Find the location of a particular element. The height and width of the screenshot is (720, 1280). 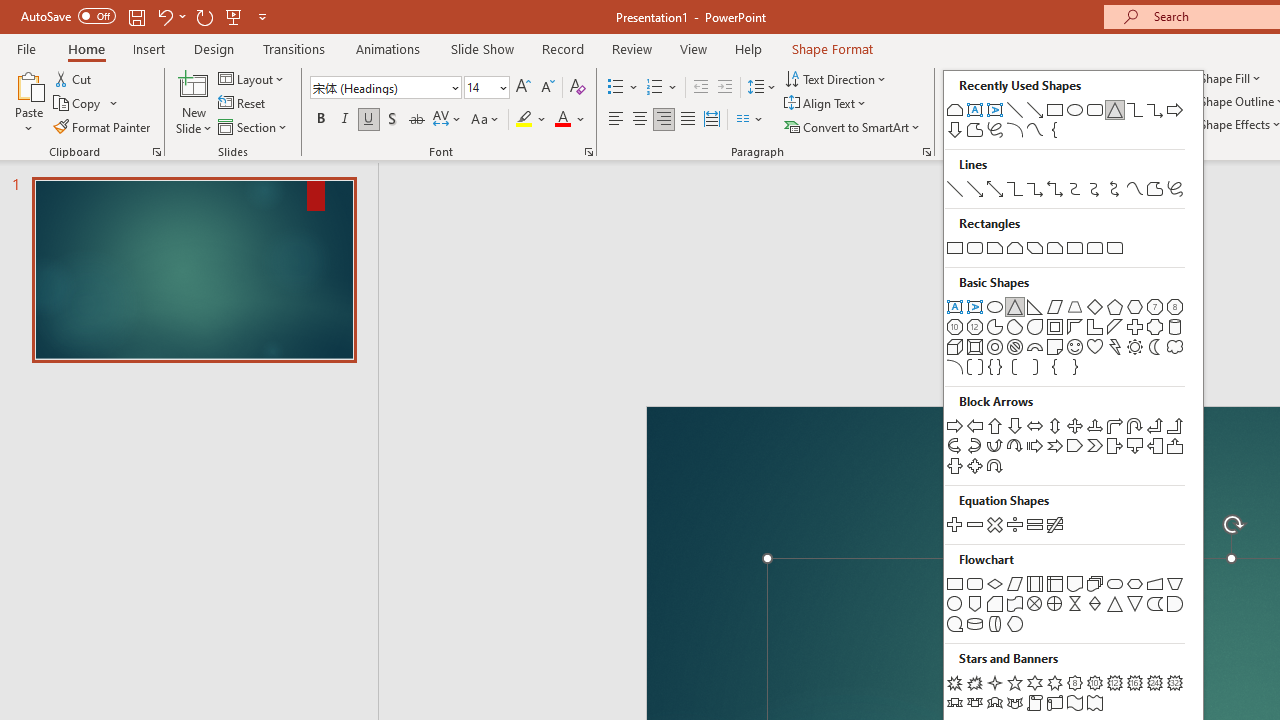

'Section' is located at coordinates (253, 127).